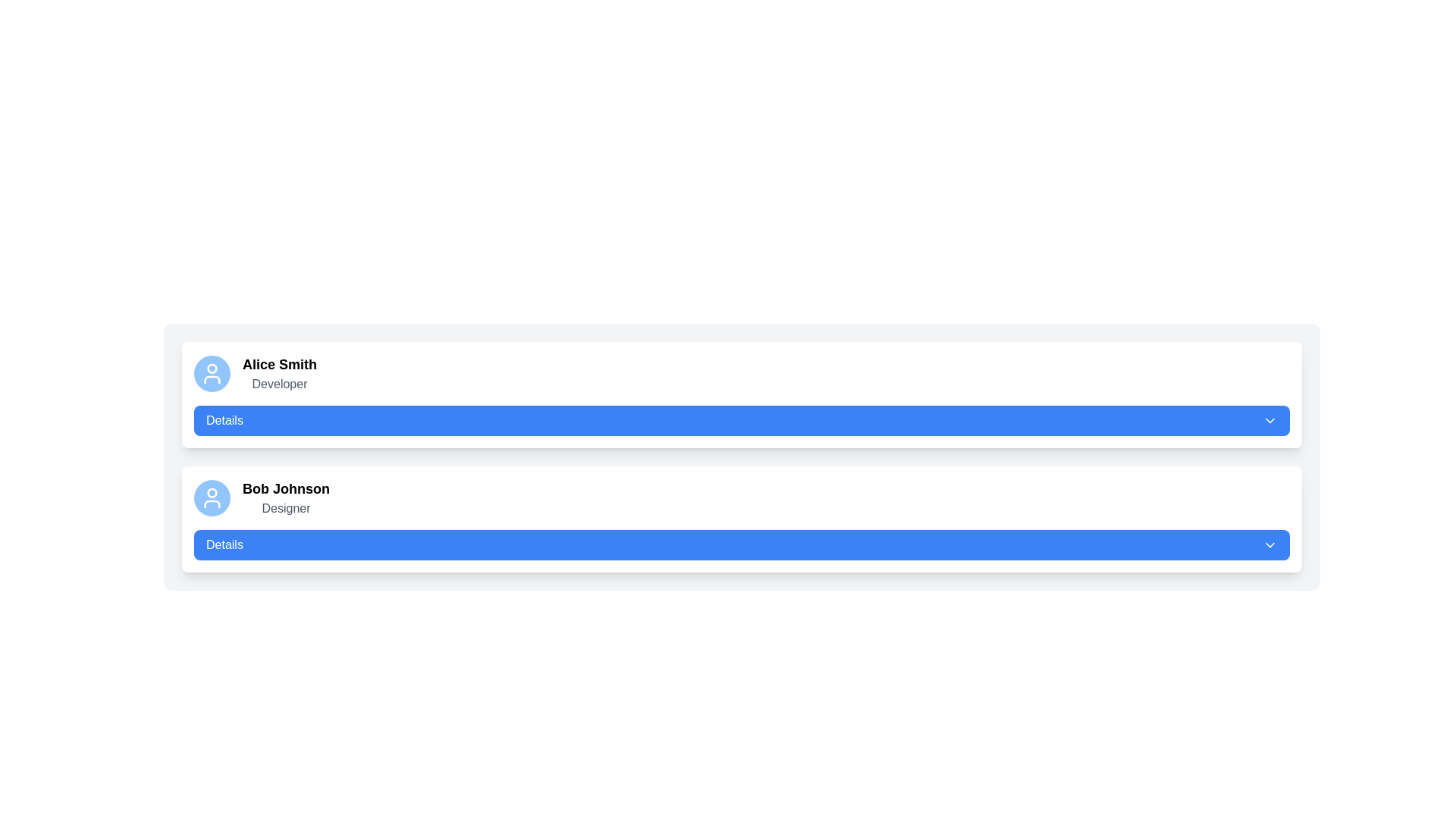 This screenshot has height=819, width=1456. Describe the element at coordinates (211, 379) in the screenshot. I see `the lower part of the user icon shape, which represents the torso in user profile icons, positioned beneath the head and to the left of the user details` at that location.